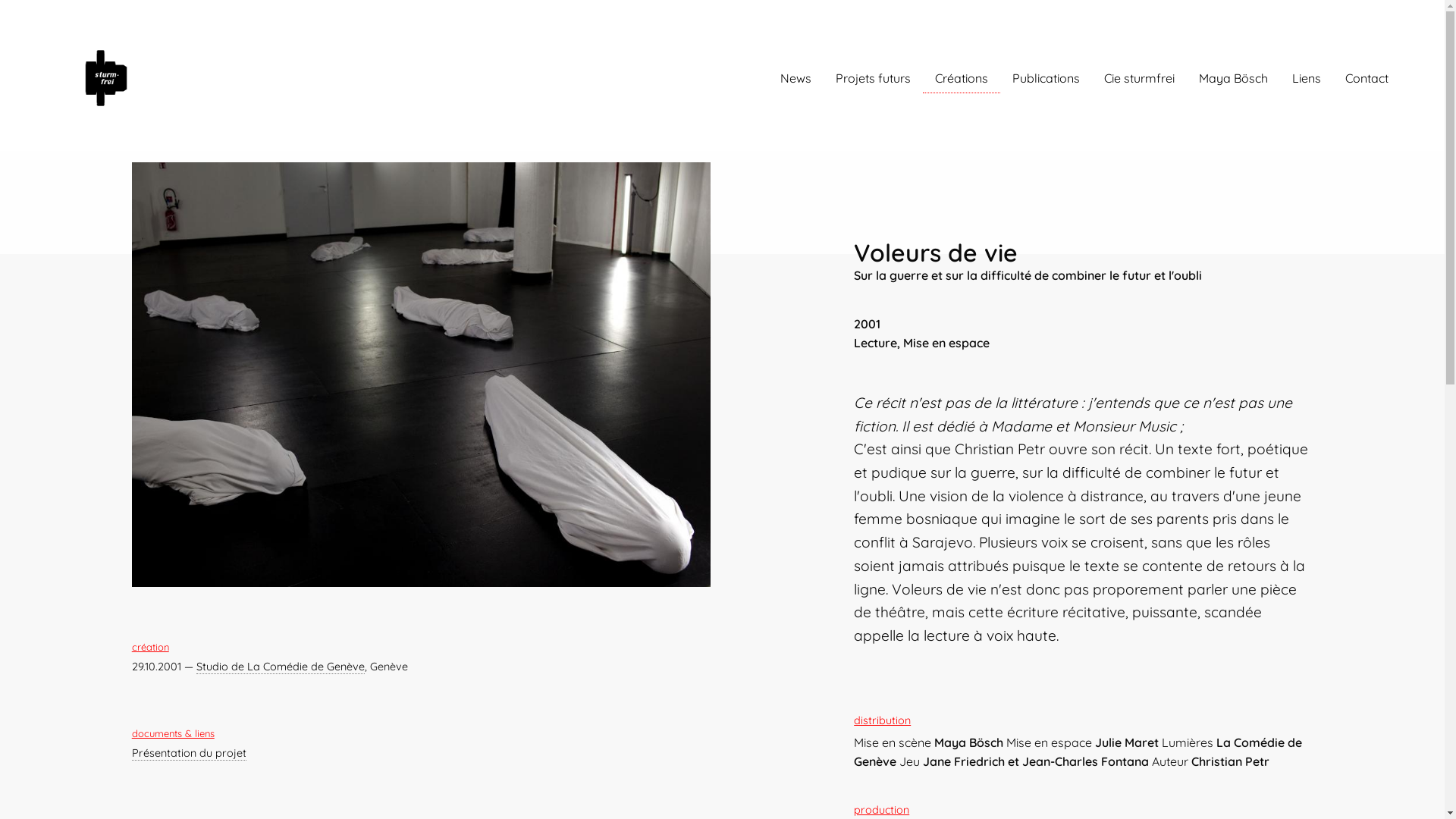  What do you see at coordinates (1367, 78) in the screenshot?
I see `'Contact'` at bounding box center [1367, 78].